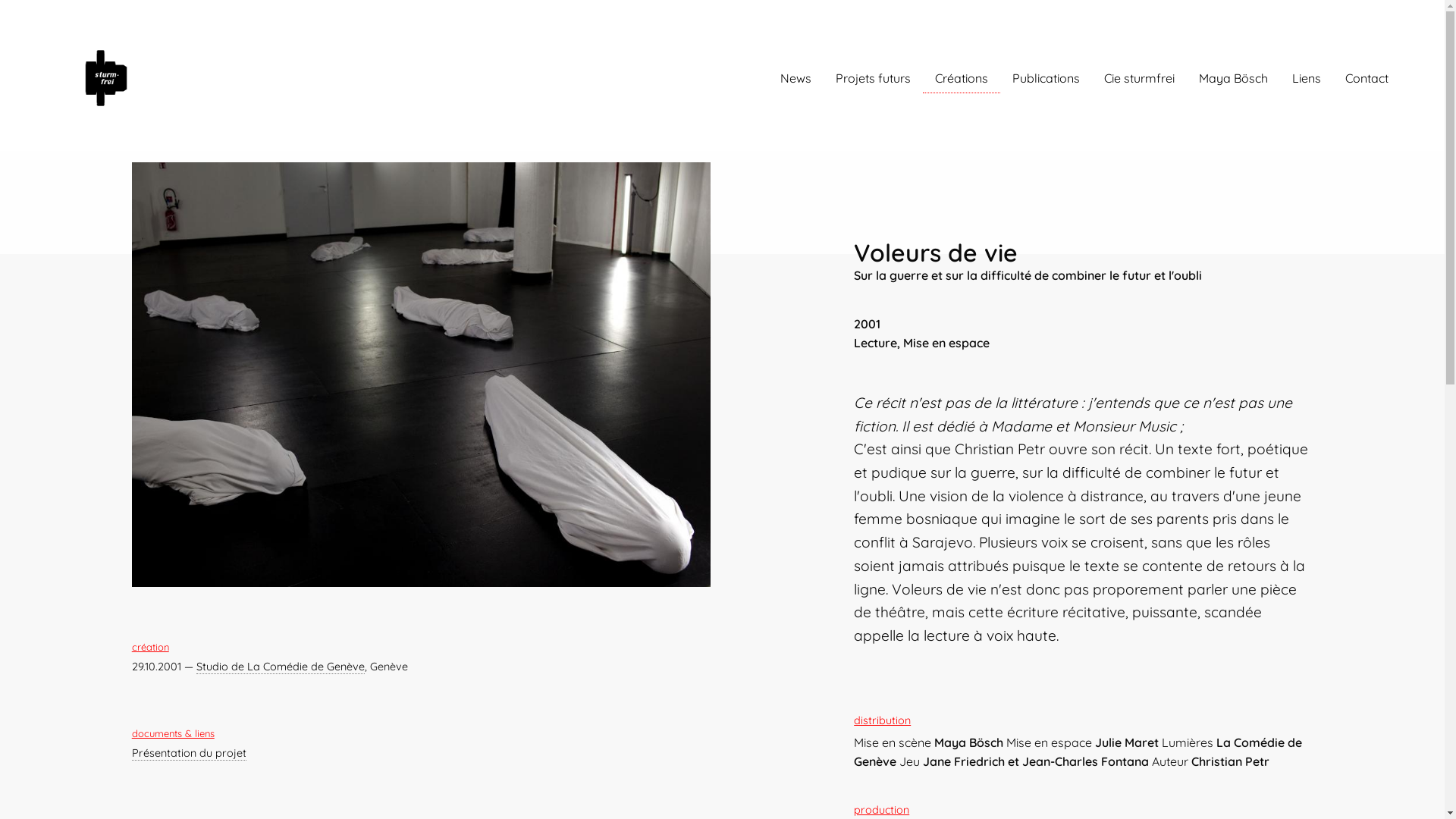  What do you see at coordinates (1367, 78) in the screenshot?
I see `'Contact'` at bounding box center [1367, 78].